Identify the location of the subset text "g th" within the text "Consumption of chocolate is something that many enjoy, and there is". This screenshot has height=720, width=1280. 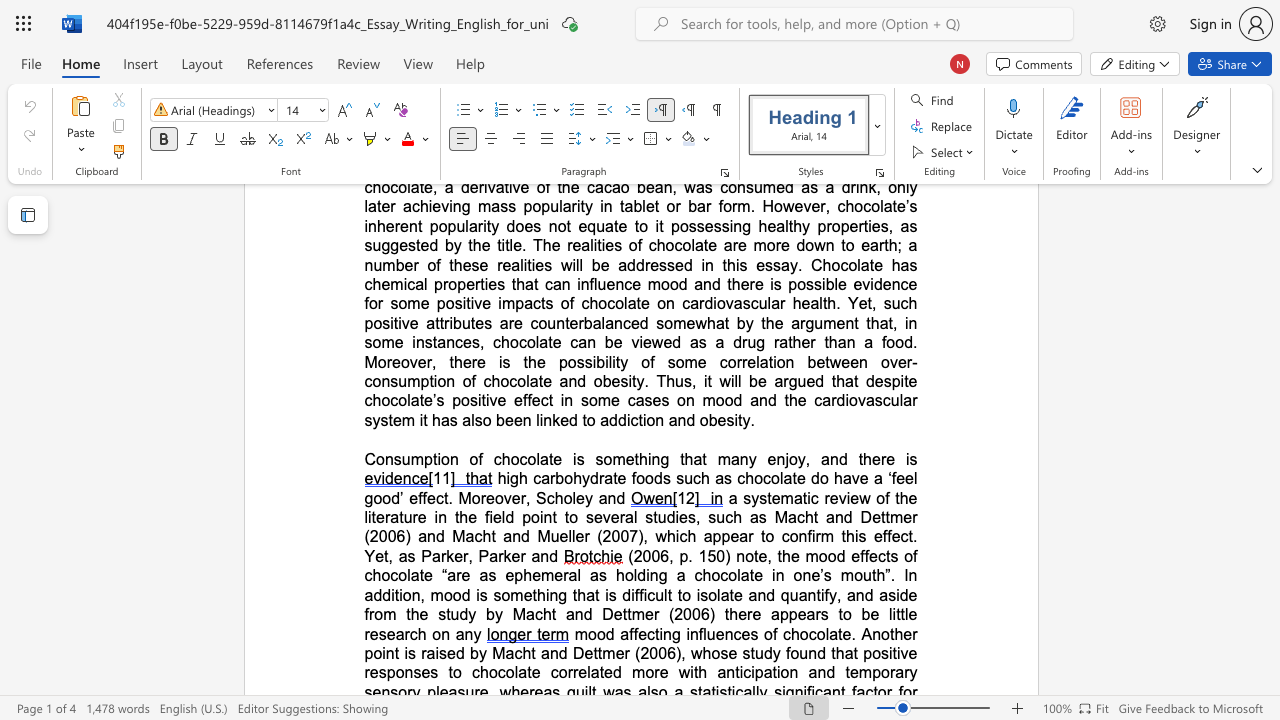
(660, 459).